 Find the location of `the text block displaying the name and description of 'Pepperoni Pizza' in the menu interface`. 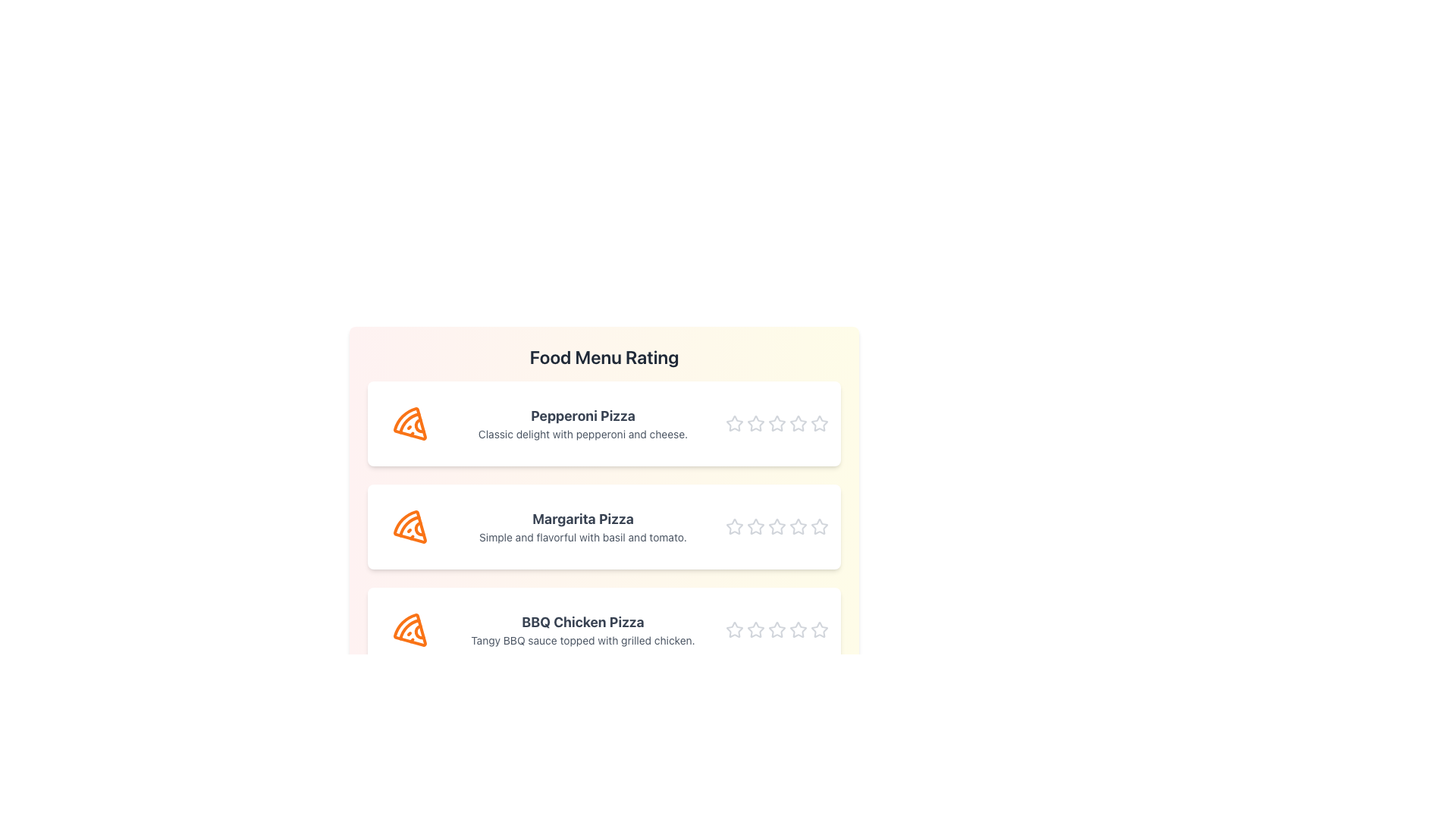

the text block displaying the name and description of 'Pepperoni Pizza' in the menu interface is located at coordinates (582, 424).